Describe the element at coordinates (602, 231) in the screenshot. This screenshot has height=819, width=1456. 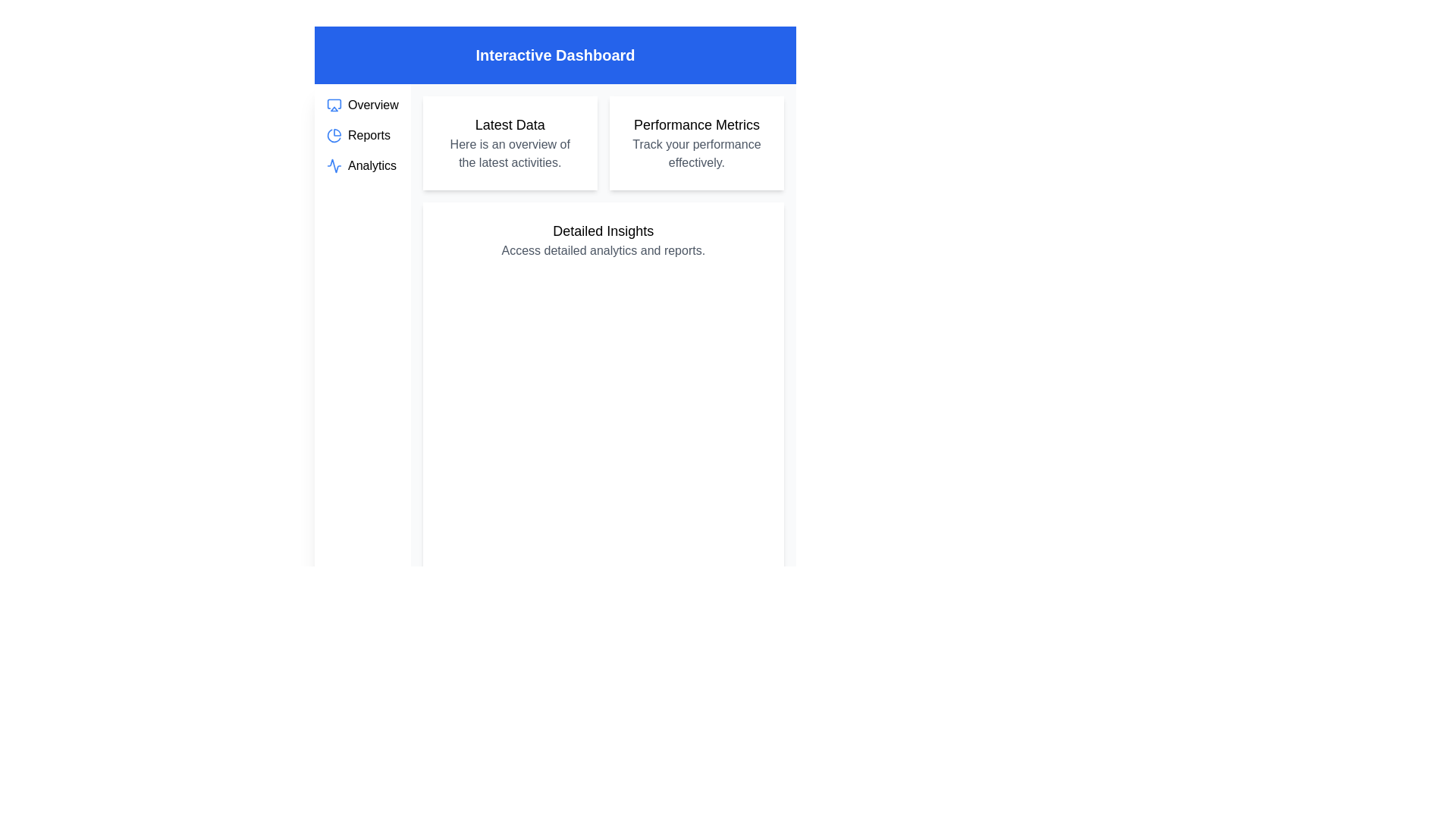
I see `text of the header element titled 'Detailed Insights' which is styled in a larger, bold font and located at the top of the card-like section` at that location.